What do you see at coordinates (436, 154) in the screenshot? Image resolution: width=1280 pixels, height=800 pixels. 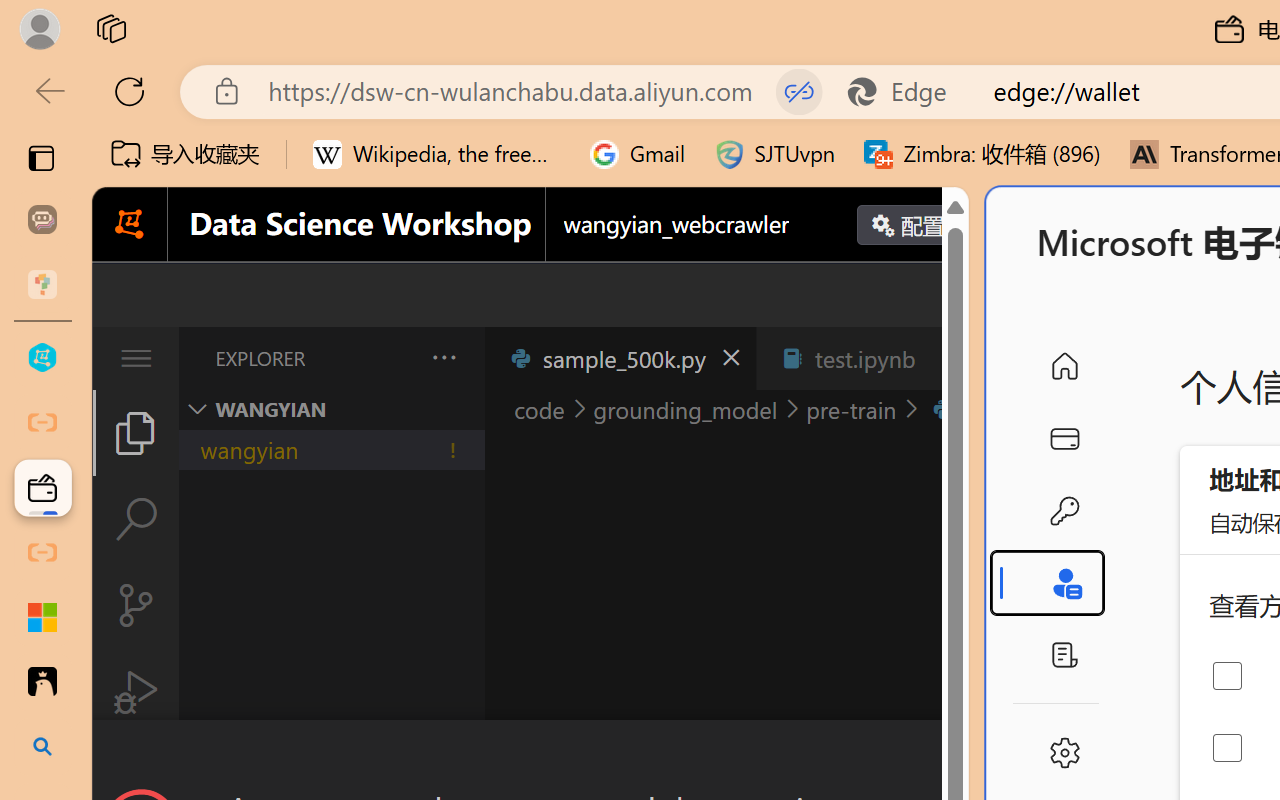 I see `'Wikipedia, the free encyclopedia'` at bounding box center [436, 154].